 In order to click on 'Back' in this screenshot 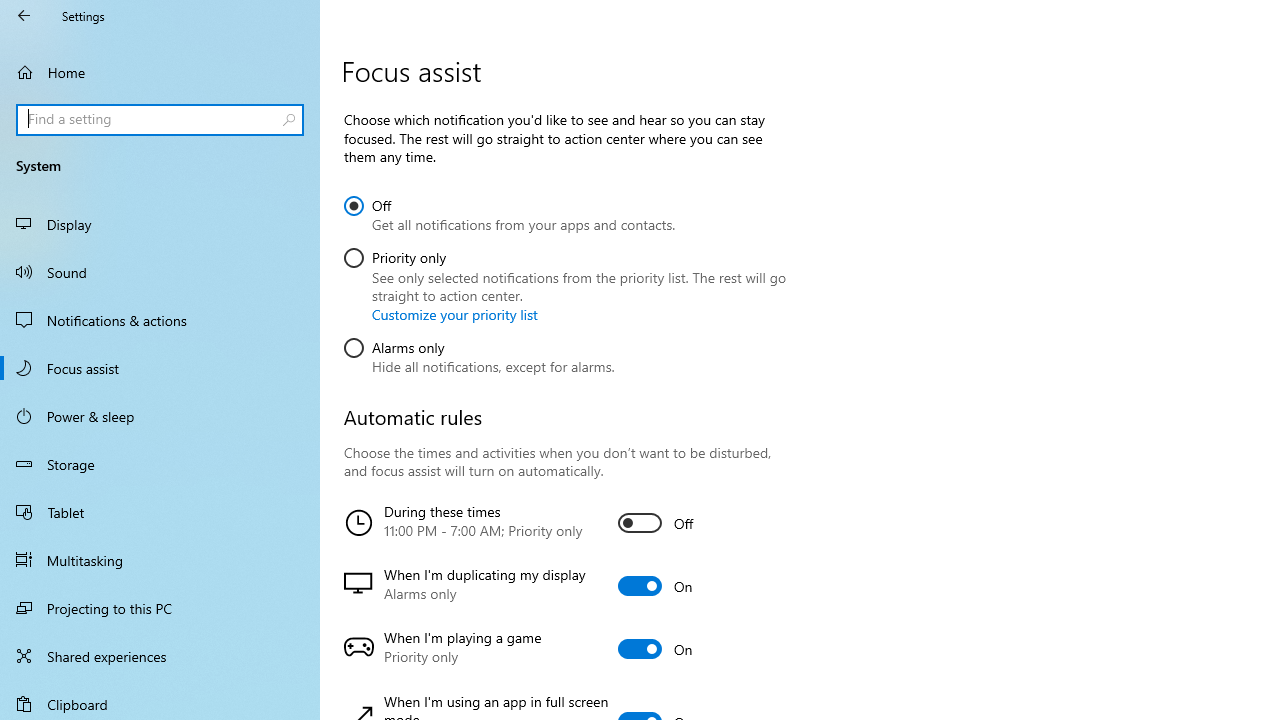, I will do `click(24, 15)`.